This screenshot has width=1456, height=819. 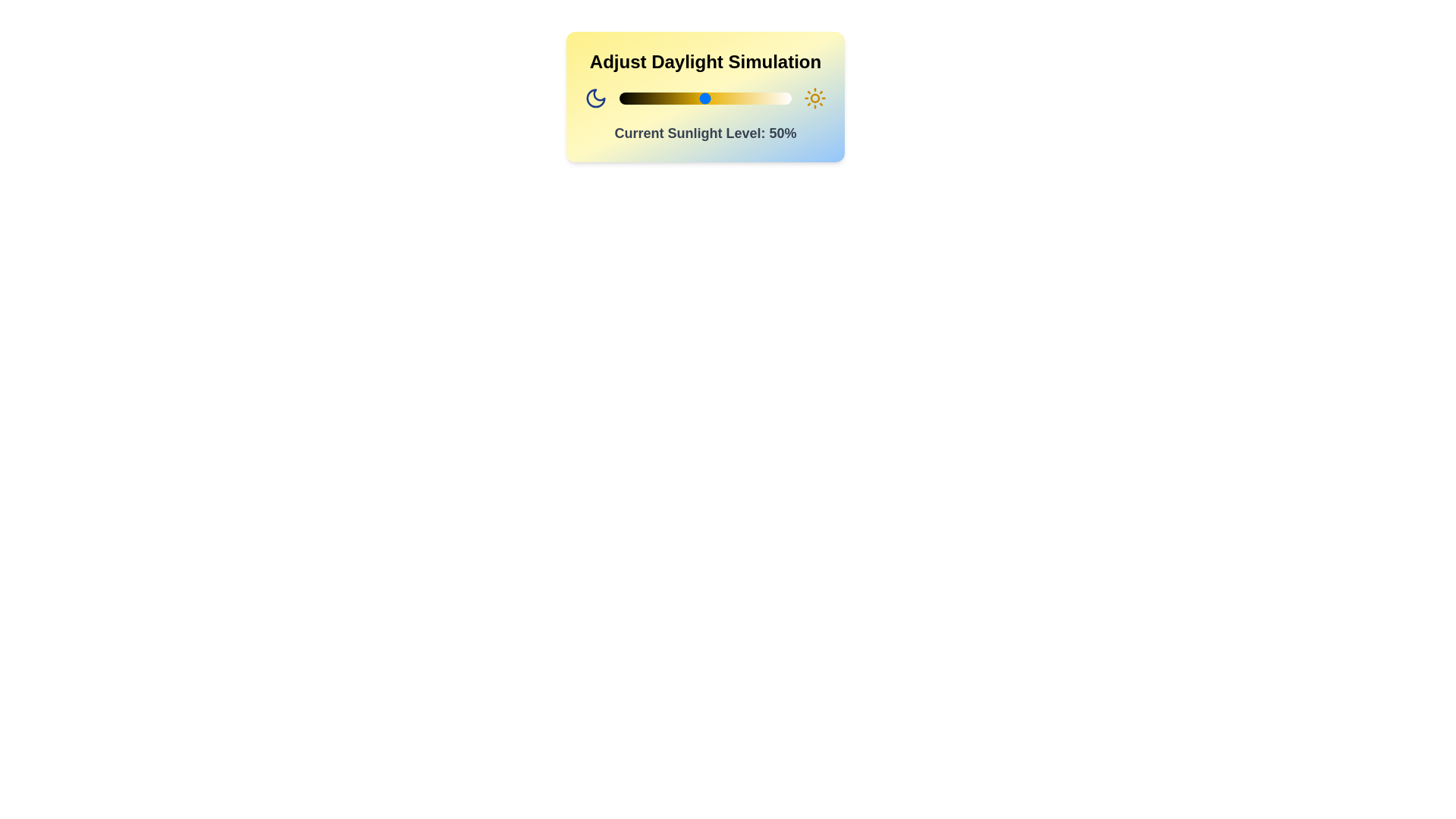 What do you see at coordinates (789, 99) in the screenshot?
I see `the sunlight level to 99% by interacting with the slider` at bounding box center [789, 99].